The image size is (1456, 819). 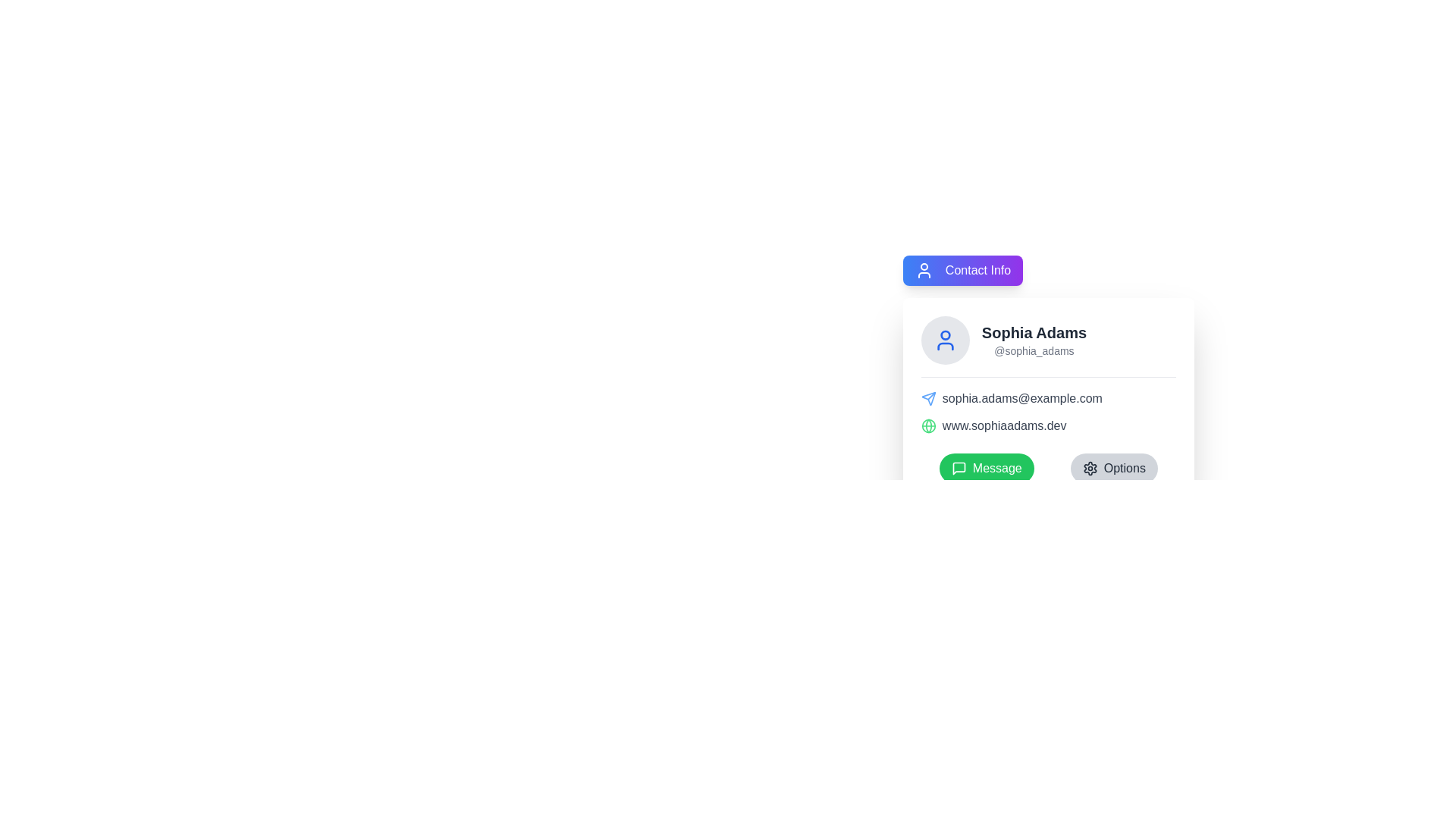 What do you see at coordinates (1033, 332) in the screenshot?
I see `text from the bold label displaying 'Sophia Adams' located in the upper section of the profile card, to the right of the avatar icon and above the username '@sophia_adams'` at bounding box center [1033, 332].